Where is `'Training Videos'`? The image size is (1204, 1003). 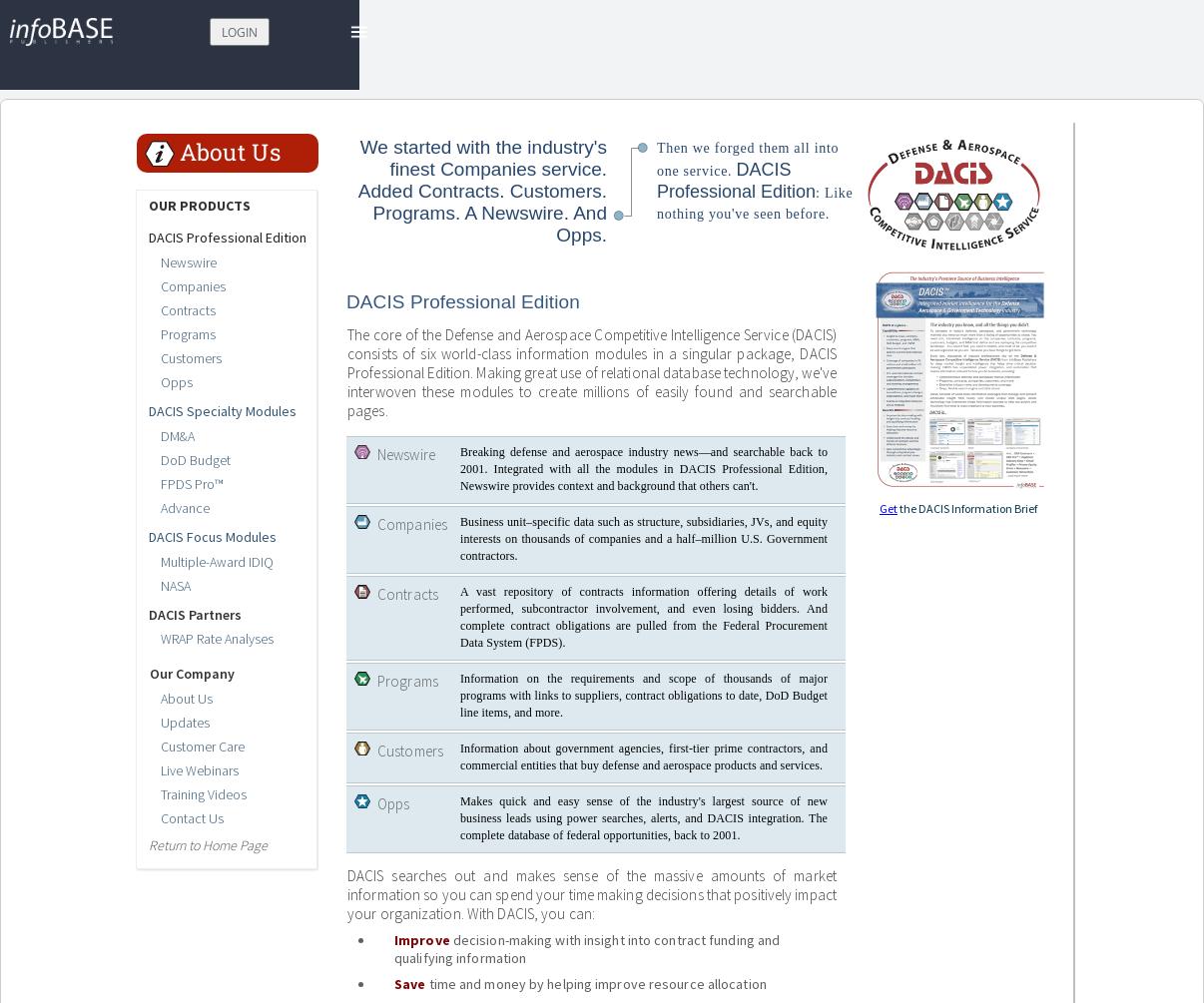 'Training Videos' is located at coordinates (203, 793).